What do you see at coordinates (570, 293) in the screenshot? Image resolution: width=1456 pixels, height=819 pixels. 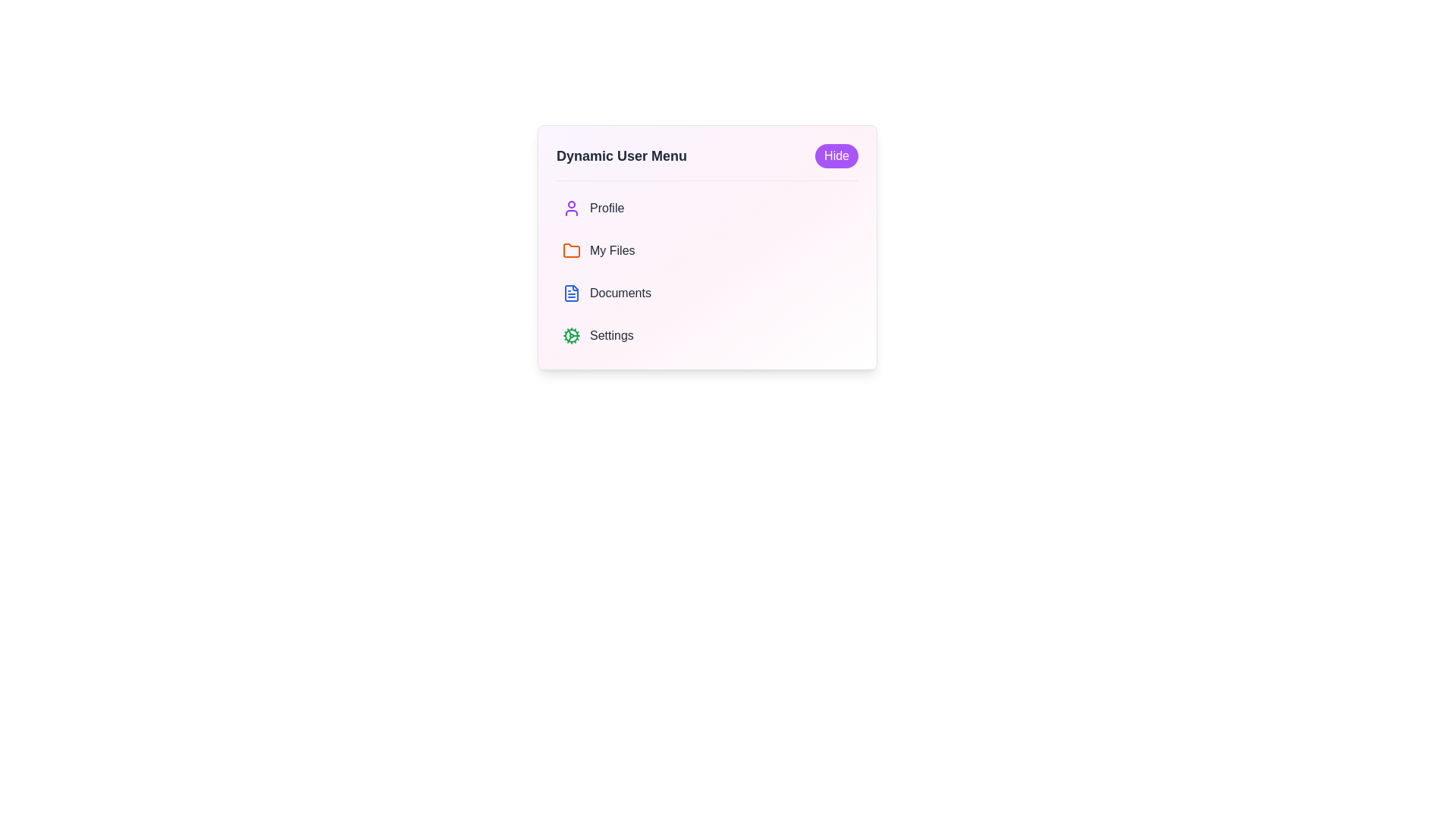 I see `the document icon with a blue outline and white fill, which is the third entry in the 'Dynamic User Menu' adjacent to the 'Documents' label` at bounding box center [570, 293].